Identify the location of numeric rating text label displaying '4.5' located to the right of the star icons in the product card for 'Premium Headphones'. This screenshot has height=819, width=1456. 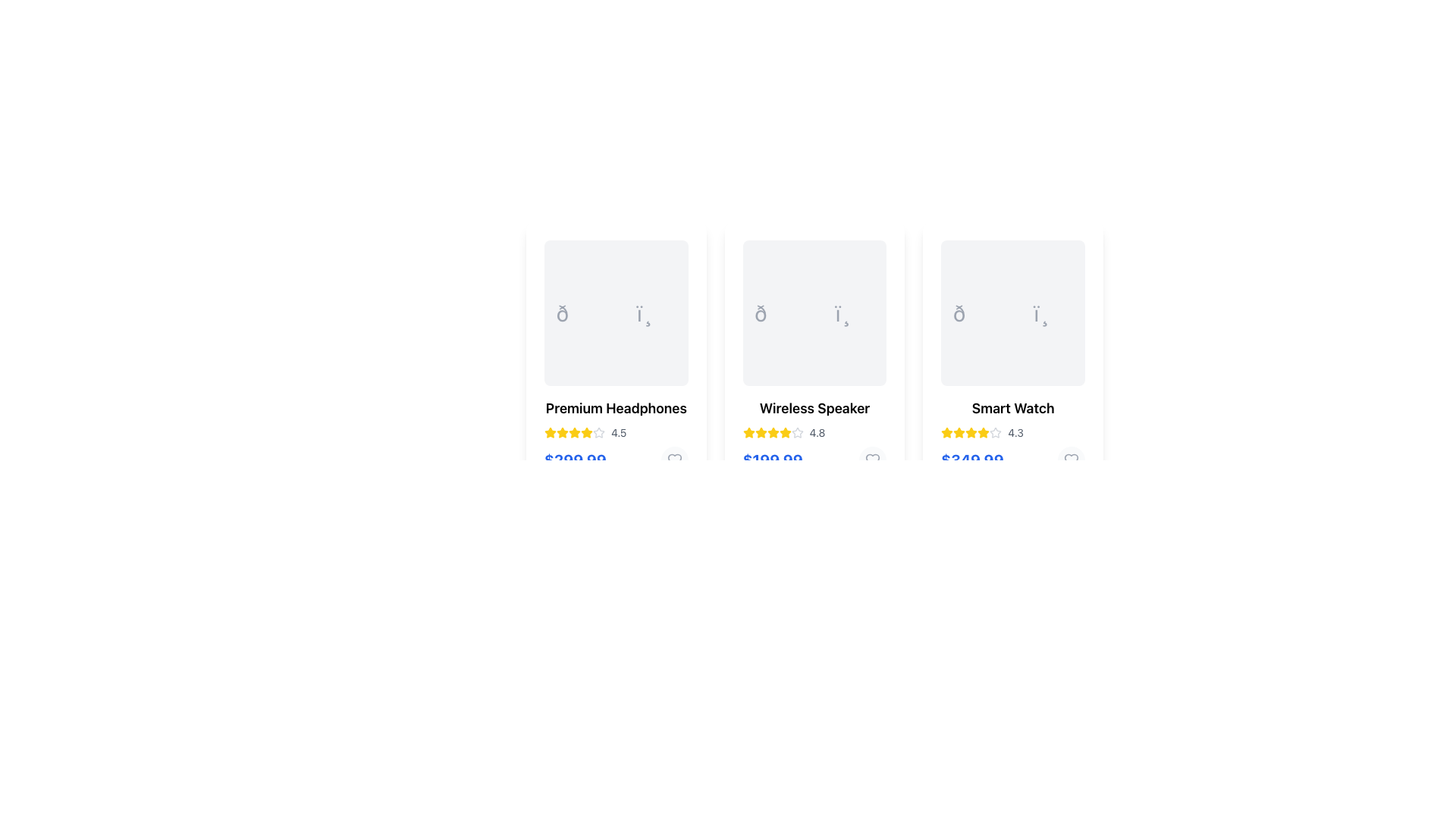
(616, 432).